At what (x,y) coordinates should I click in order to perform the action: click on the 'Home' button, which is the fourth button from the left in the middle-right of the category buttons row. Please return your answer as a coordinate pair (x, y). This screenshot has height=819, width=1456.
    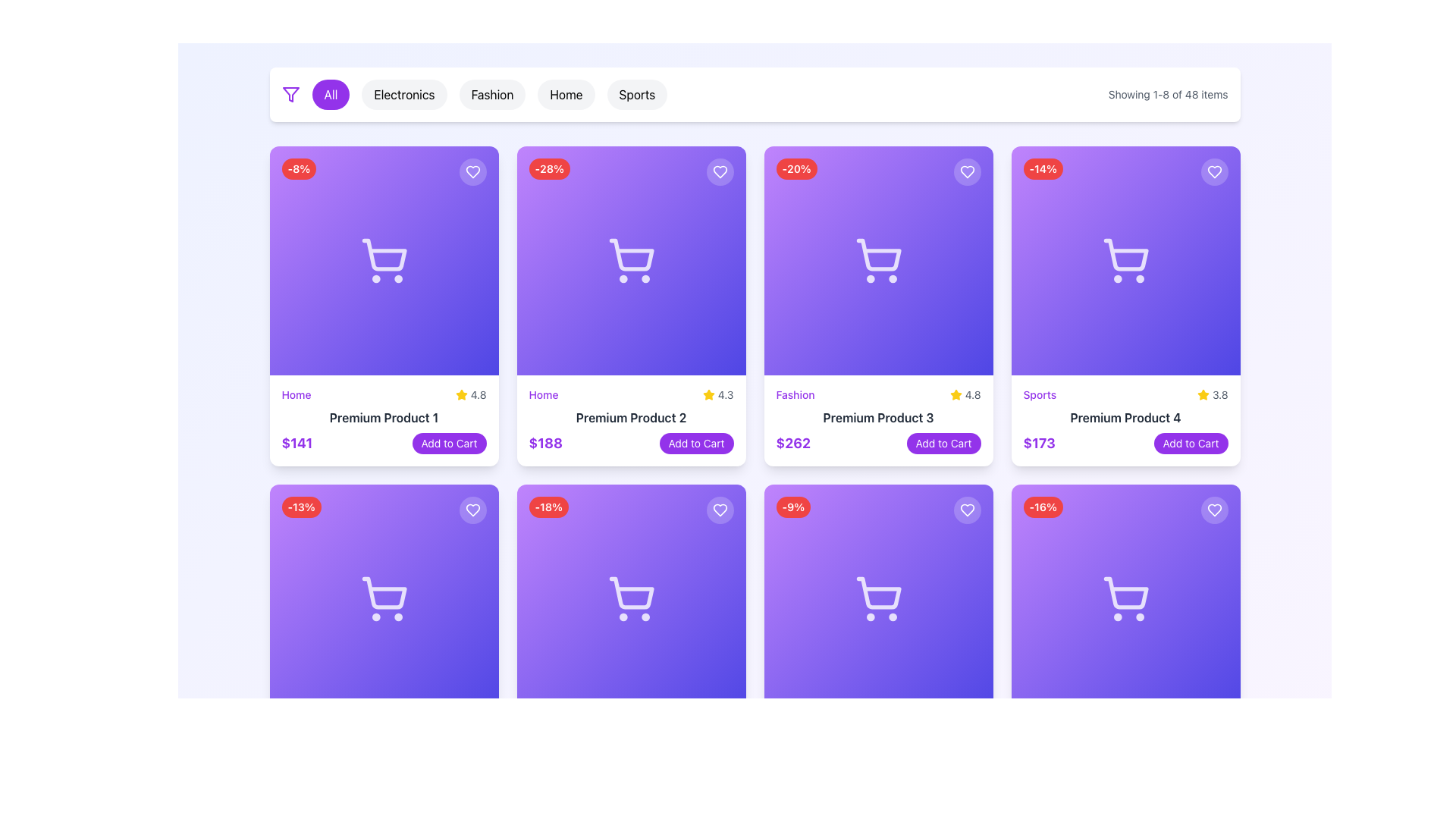
    Looking at the image, I should click on (565, 94).